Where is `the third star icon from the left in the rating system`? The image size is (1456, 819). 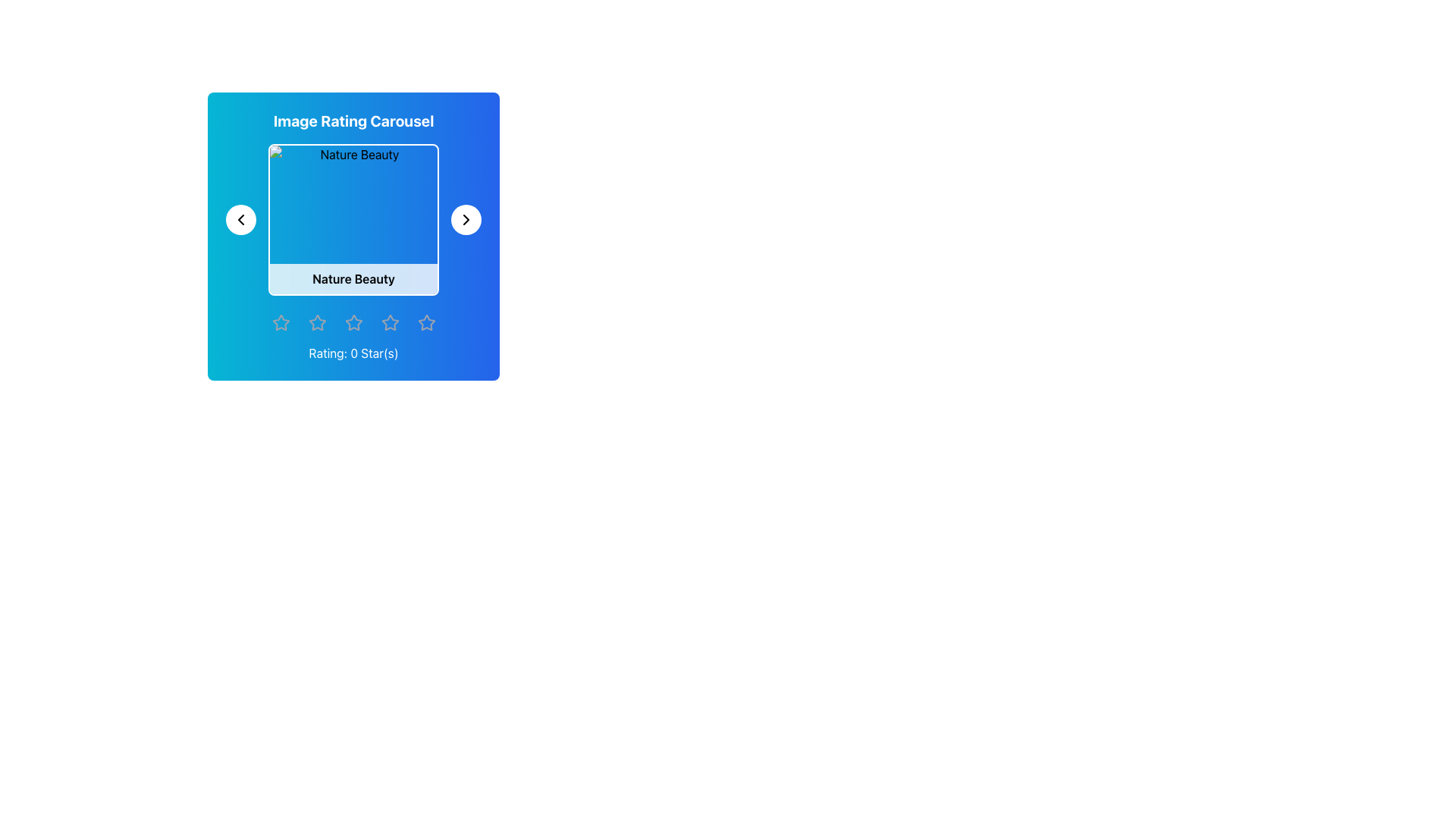 the third star icon from the left in the rating system is located at coordinates (353, 322).